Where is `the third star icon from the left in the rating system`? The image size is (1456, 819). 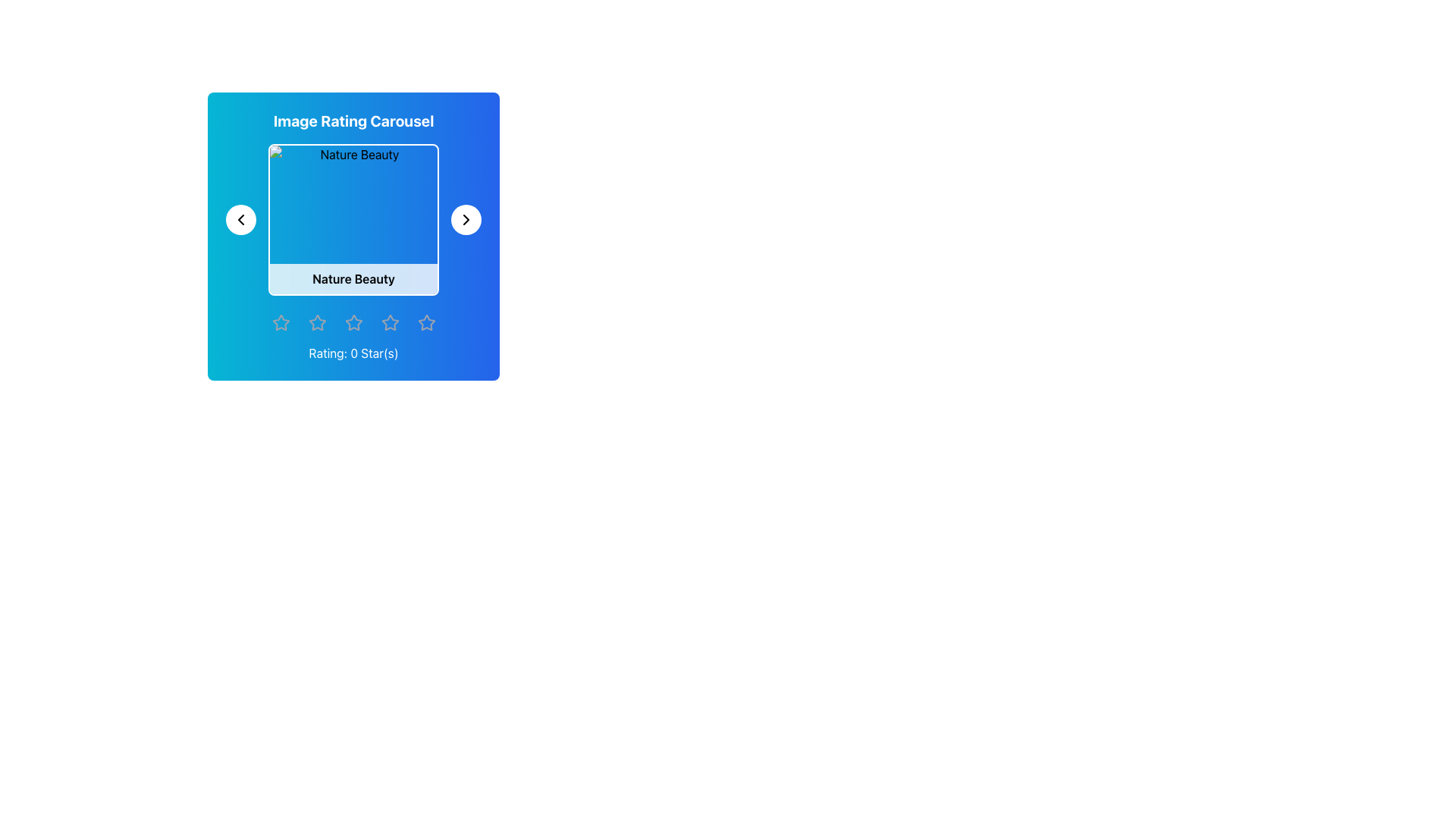 the third star icon from the left in the rating system is located at coordinates (353, 322).